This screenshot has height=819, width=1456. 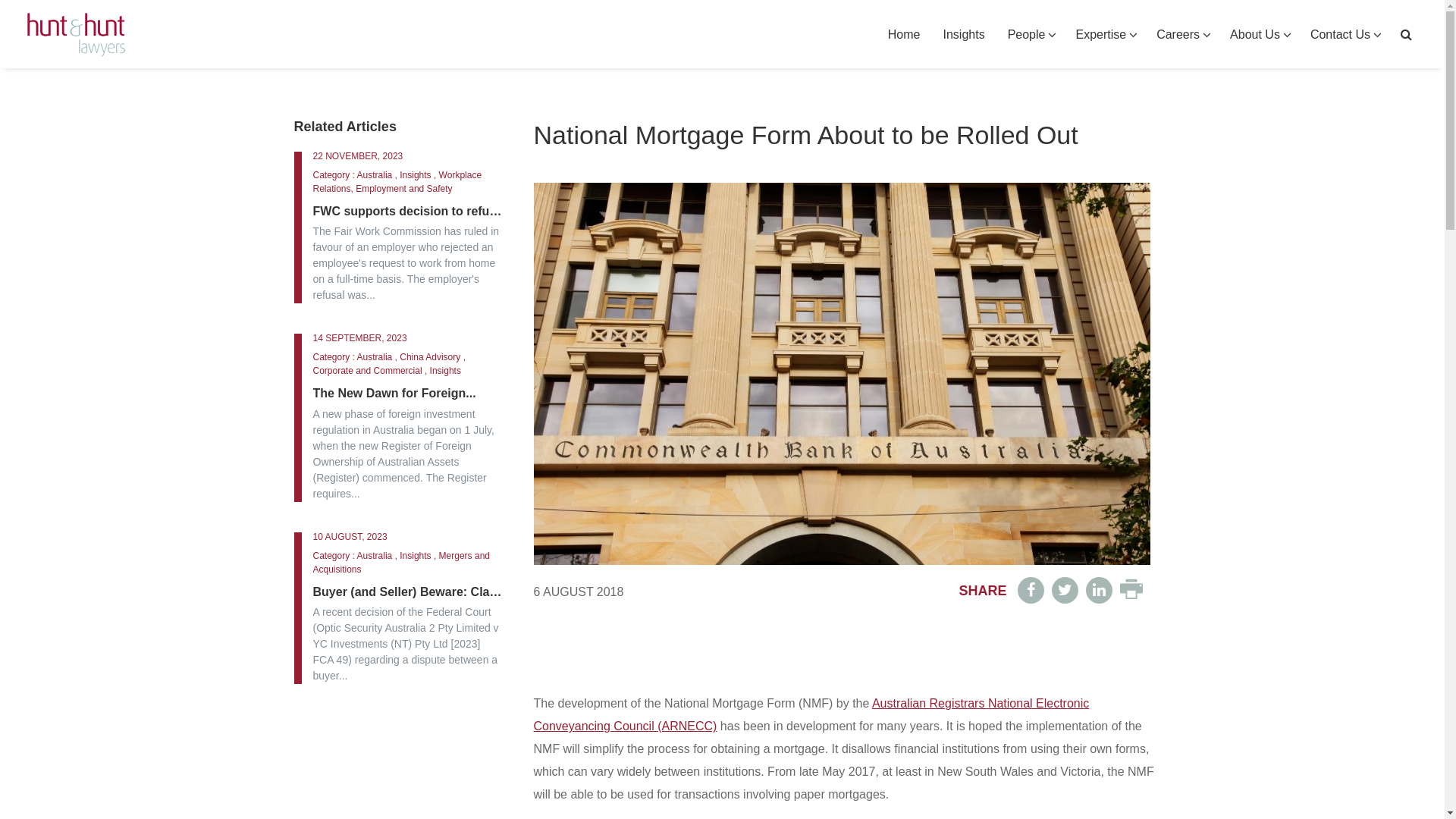 What do you see at coordinates (367, 371) in the screenshot?
I see `'Corporate and Commercial'` at bounding box center [367, 371].